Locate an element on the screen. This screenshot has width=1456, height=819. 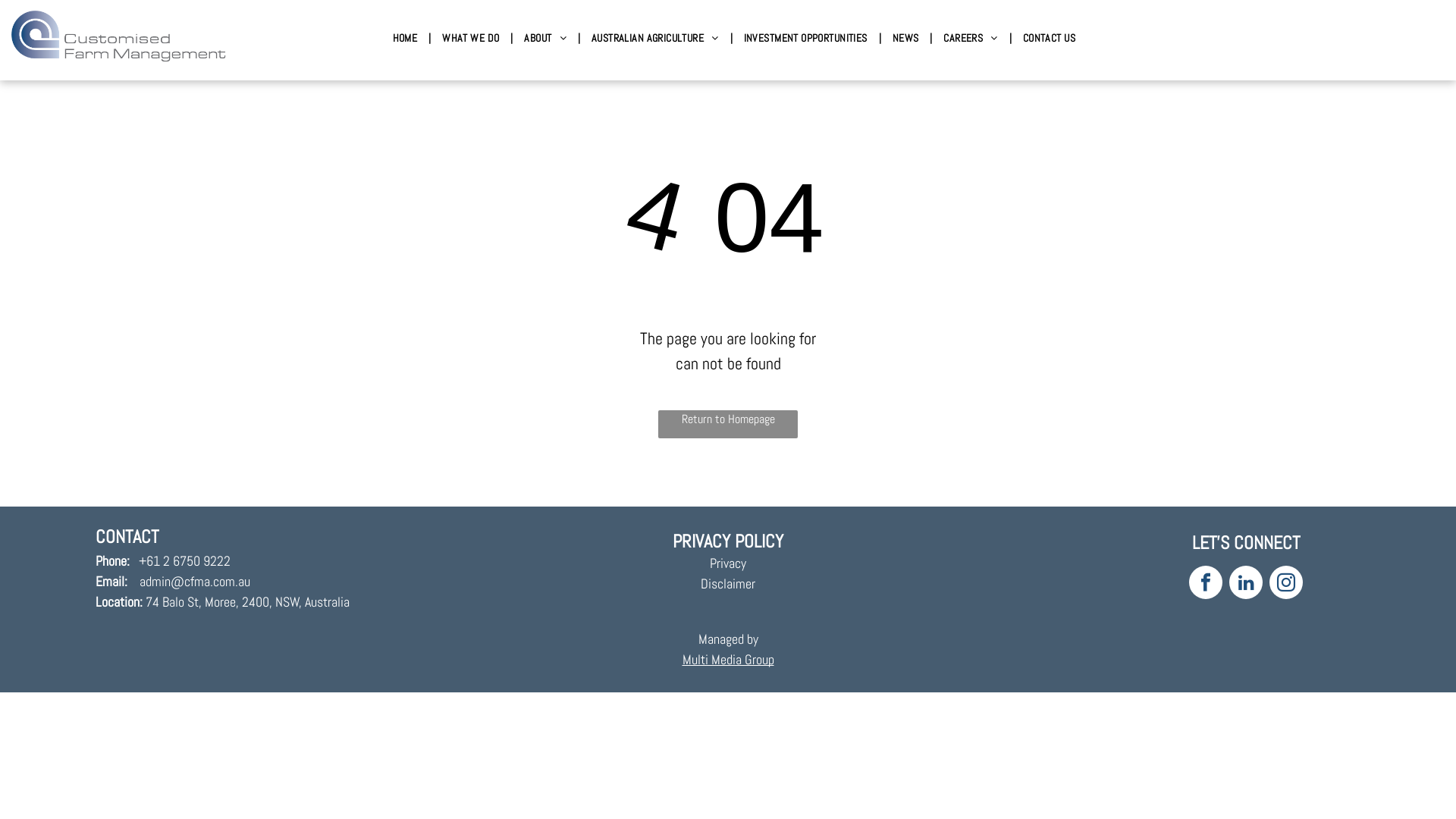
'Privacy' is located at coordinates (728, 563).